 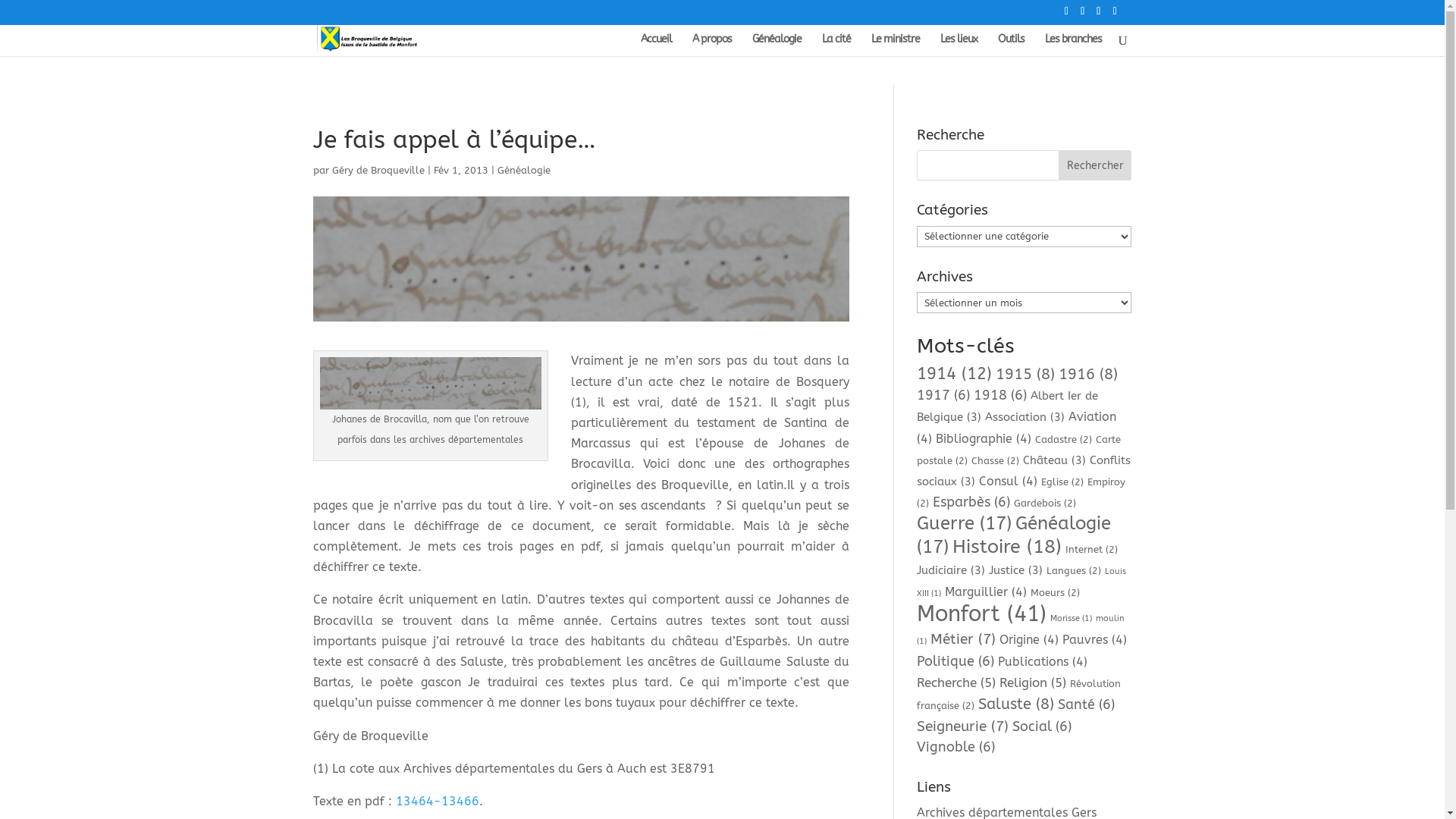 I want to click on 'Bibliographie (4)', so click(x=934, y=438).